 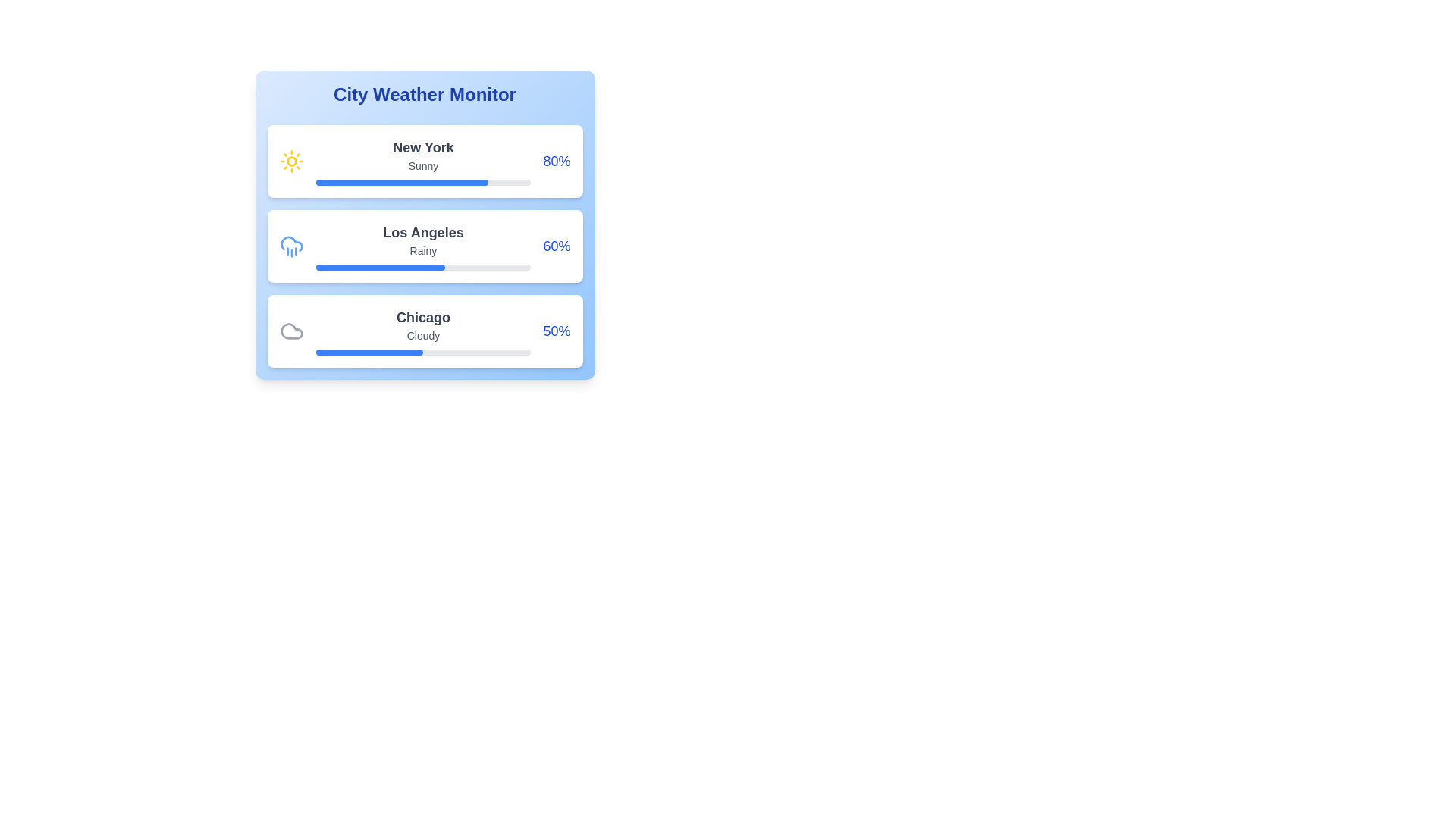 I want to click on the progress bar indicating 80% completion located in the first card below the 'New York' text, so click(x=402, y=181).